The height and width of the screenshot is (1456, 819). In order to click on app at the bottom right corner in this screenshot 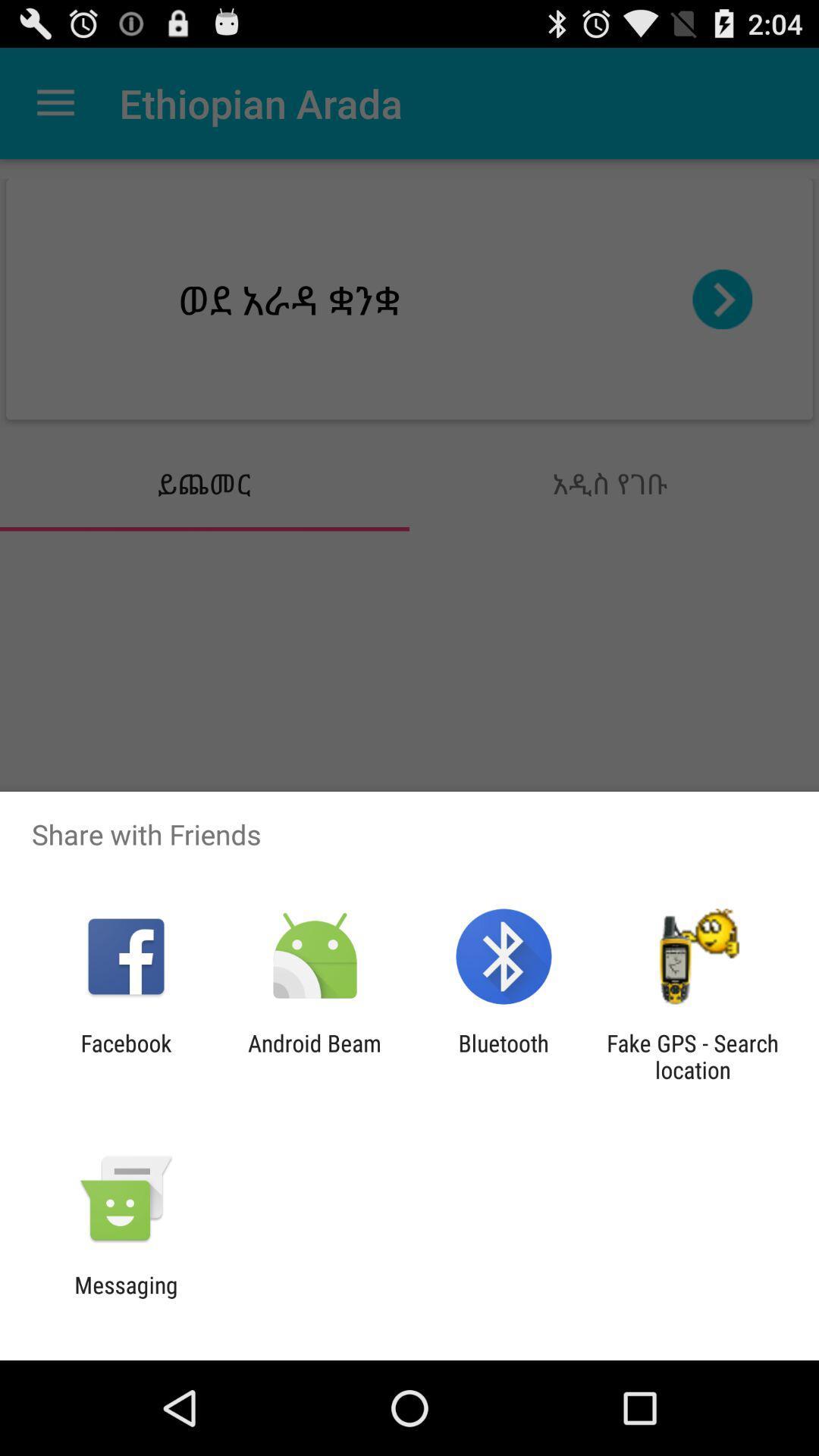, I will do `click(692, 1056)`.